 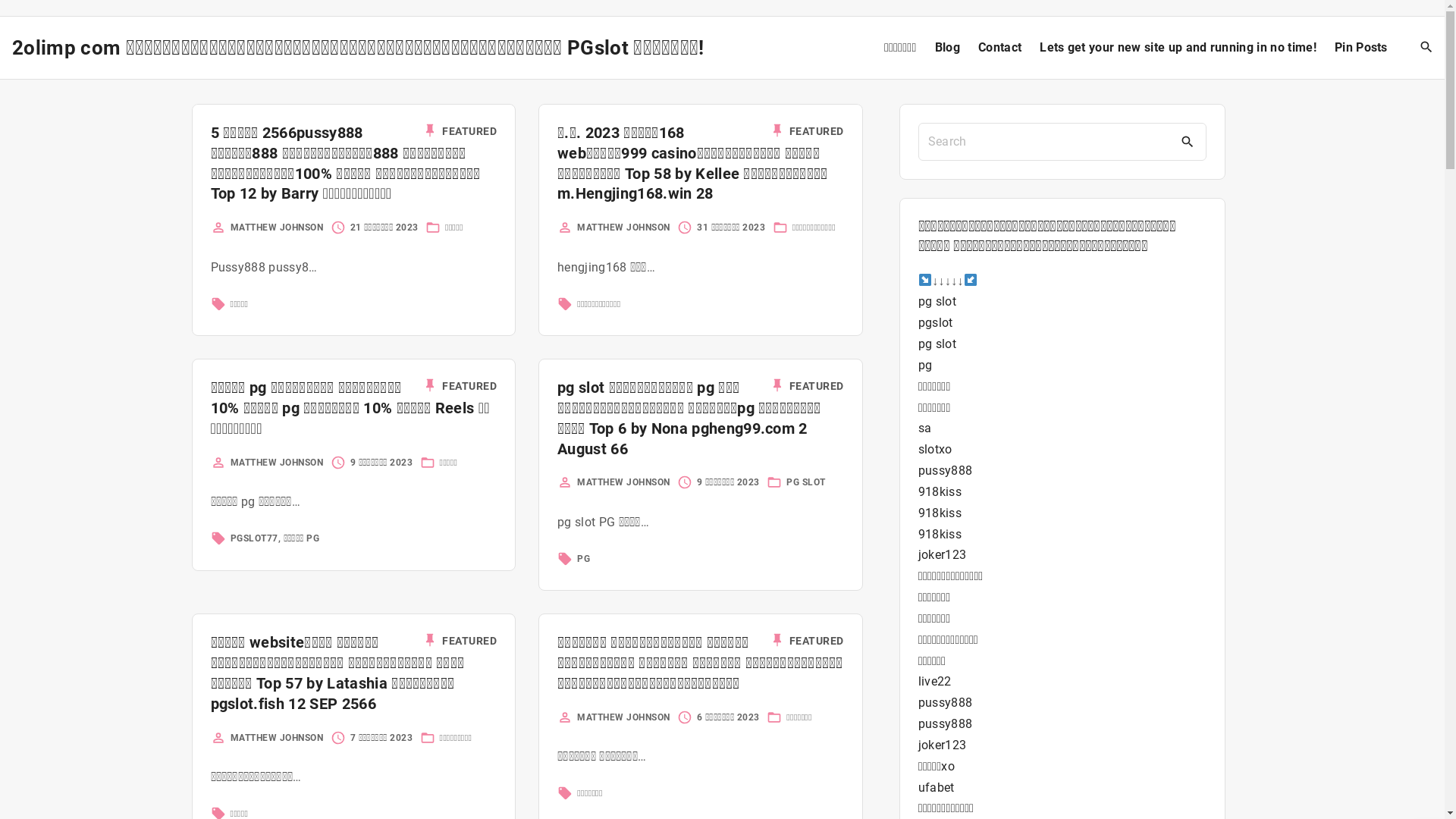 I want to click on 'ufabet', so click(x=917, y=786).